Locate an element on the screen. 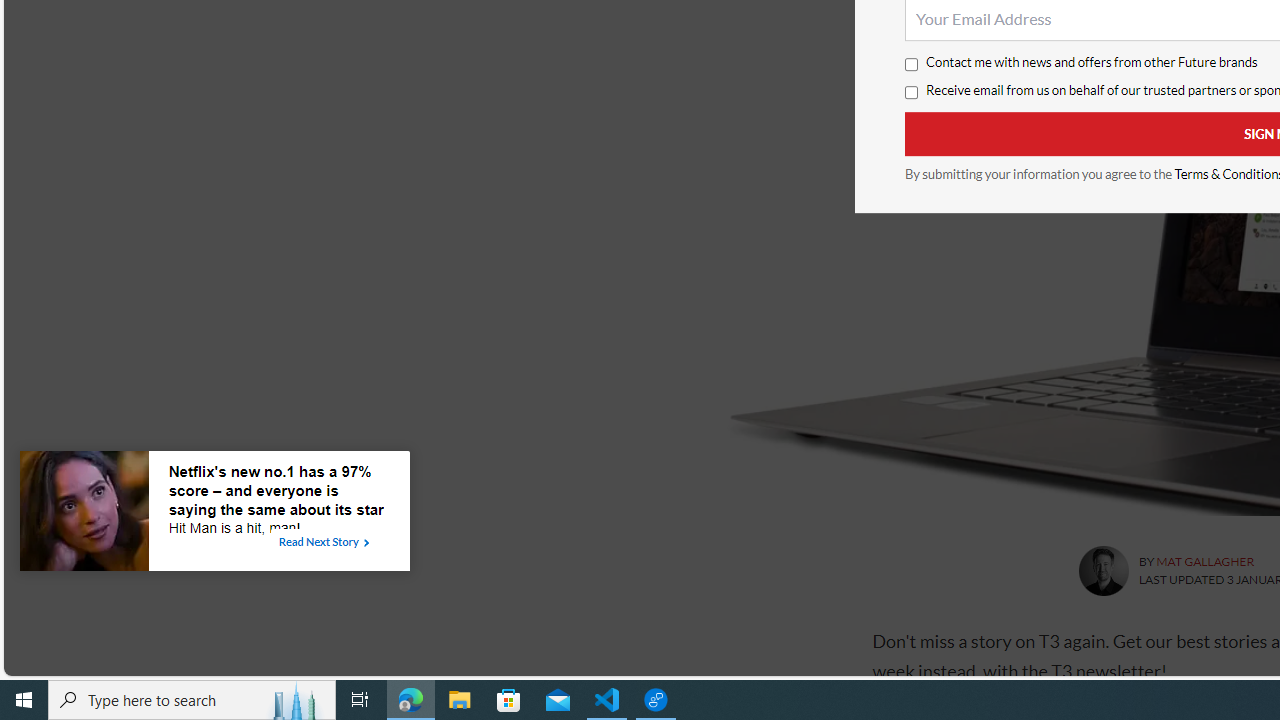 The height and width of the screenshot is (720, 1280). 'MAT GALLAGHER' is located at coordinates (1204, 561).